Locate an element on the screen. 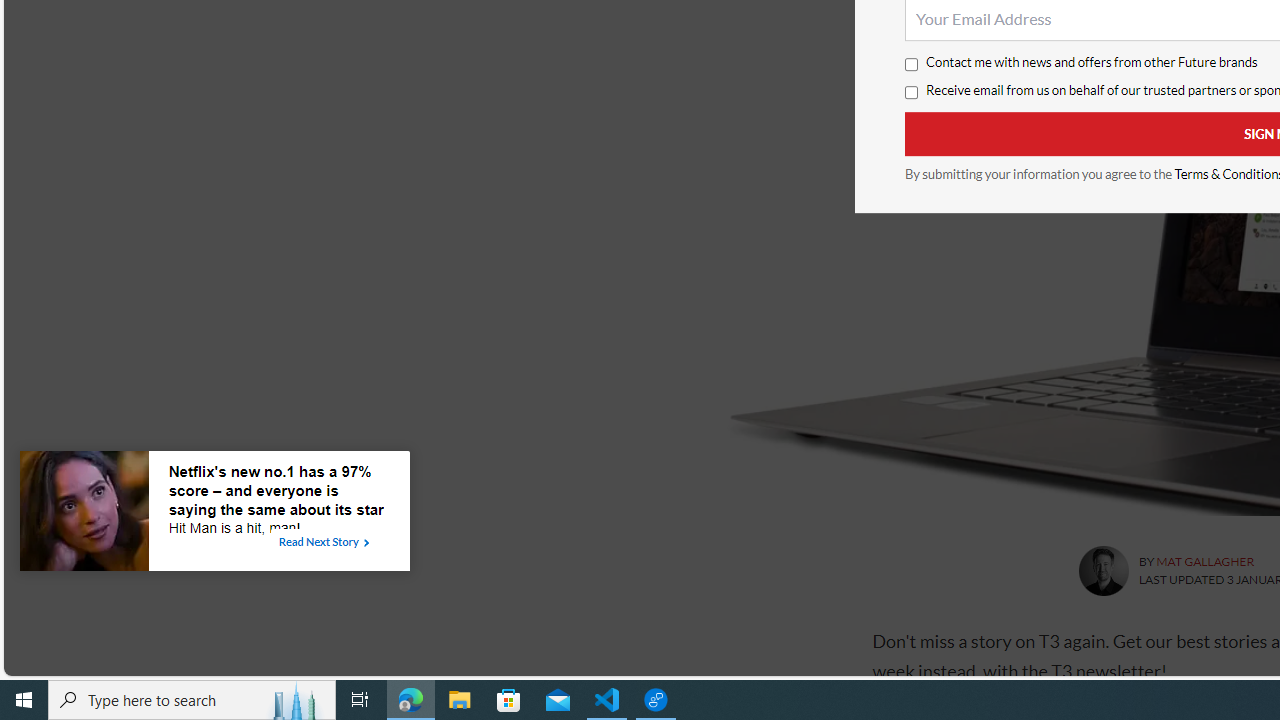 The height and width of the screenshot is (720, 1280). 'MAT GALLAGHER' is located at coordinates (1204, 561).